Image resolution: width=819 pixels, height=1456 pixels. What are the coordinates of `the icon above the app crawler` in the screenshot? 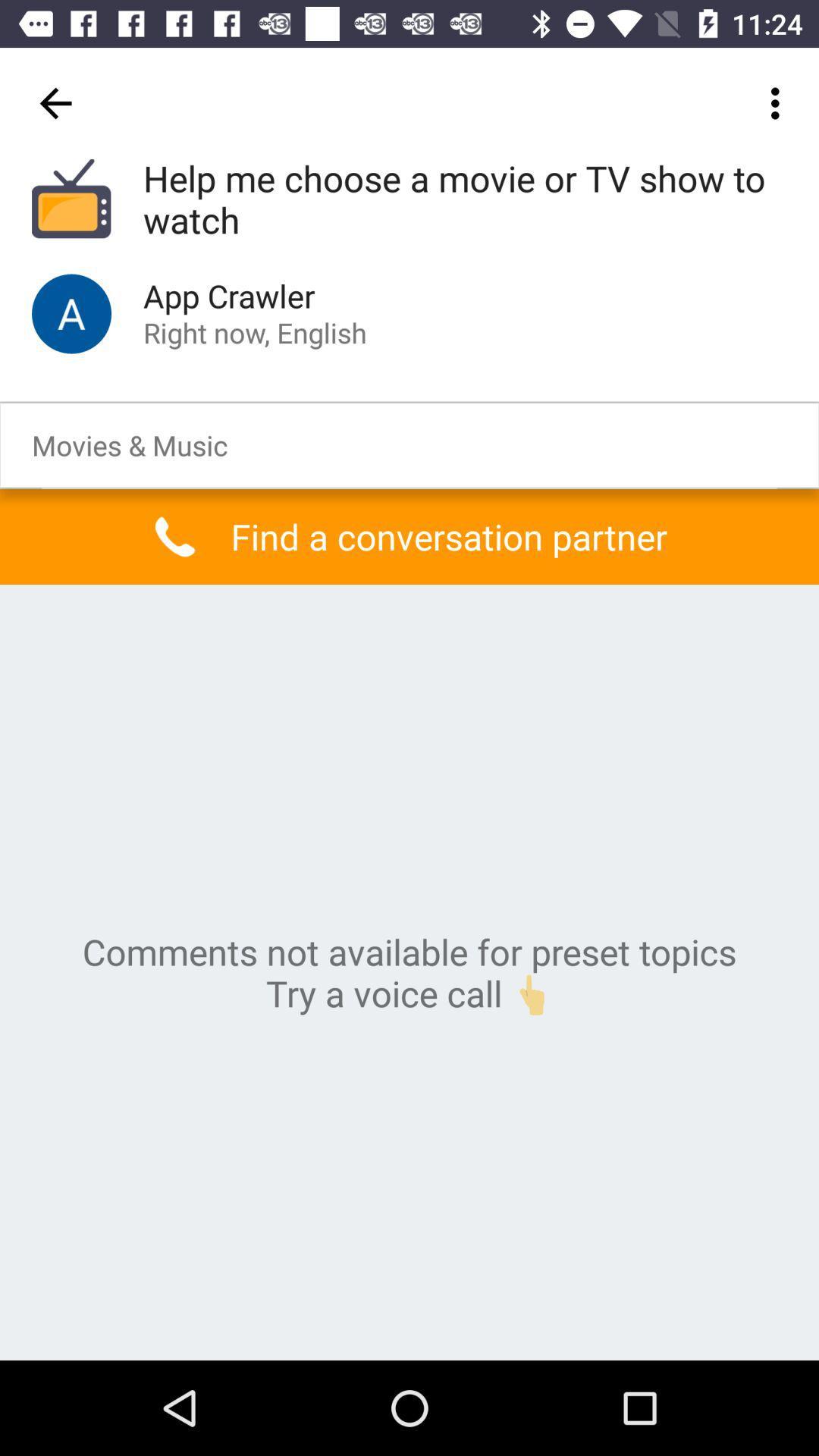 It's located at (464, 199).